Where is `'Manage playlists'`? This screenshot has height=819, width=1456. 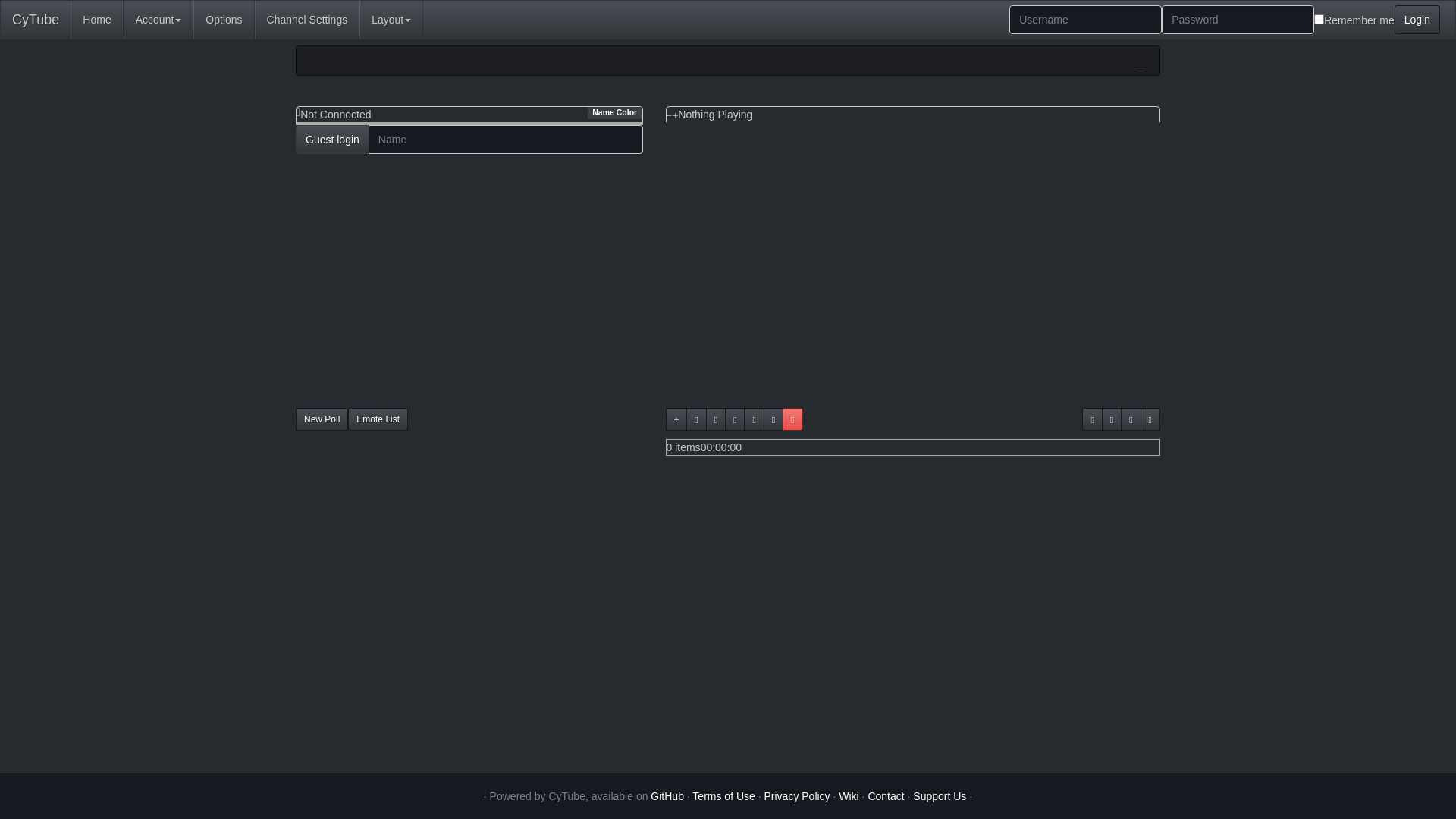
'Manage playlists' is located at coordinates (735, 419).